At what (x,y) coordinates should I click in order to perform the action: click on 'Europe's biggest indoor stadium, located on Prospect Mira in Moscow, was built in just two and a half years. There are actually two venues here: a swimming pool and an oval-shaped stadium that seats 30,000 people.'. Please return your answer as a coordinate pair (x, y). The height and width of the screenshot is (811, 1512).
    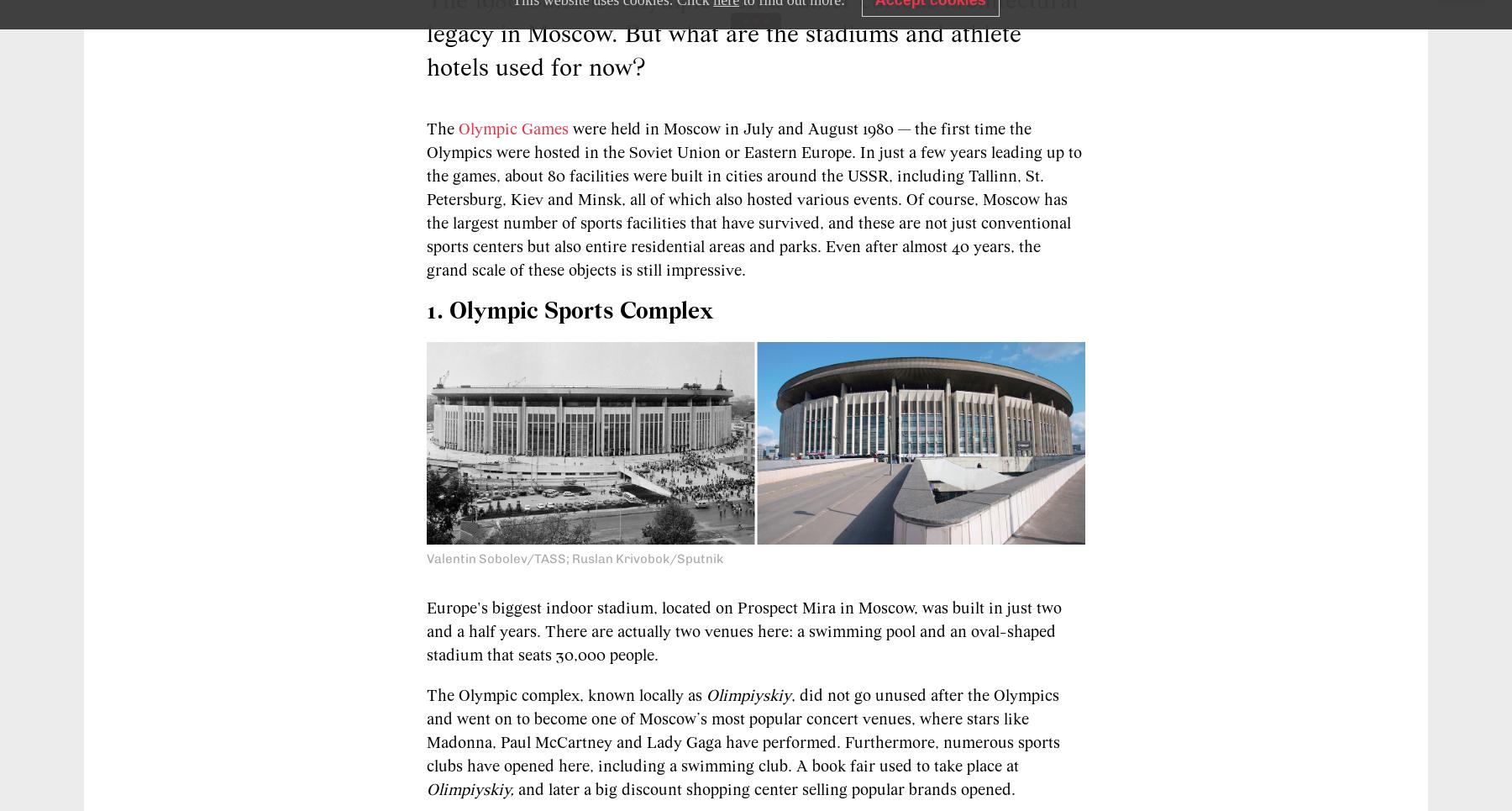
    Looking at the image, I should click on (743, 631).